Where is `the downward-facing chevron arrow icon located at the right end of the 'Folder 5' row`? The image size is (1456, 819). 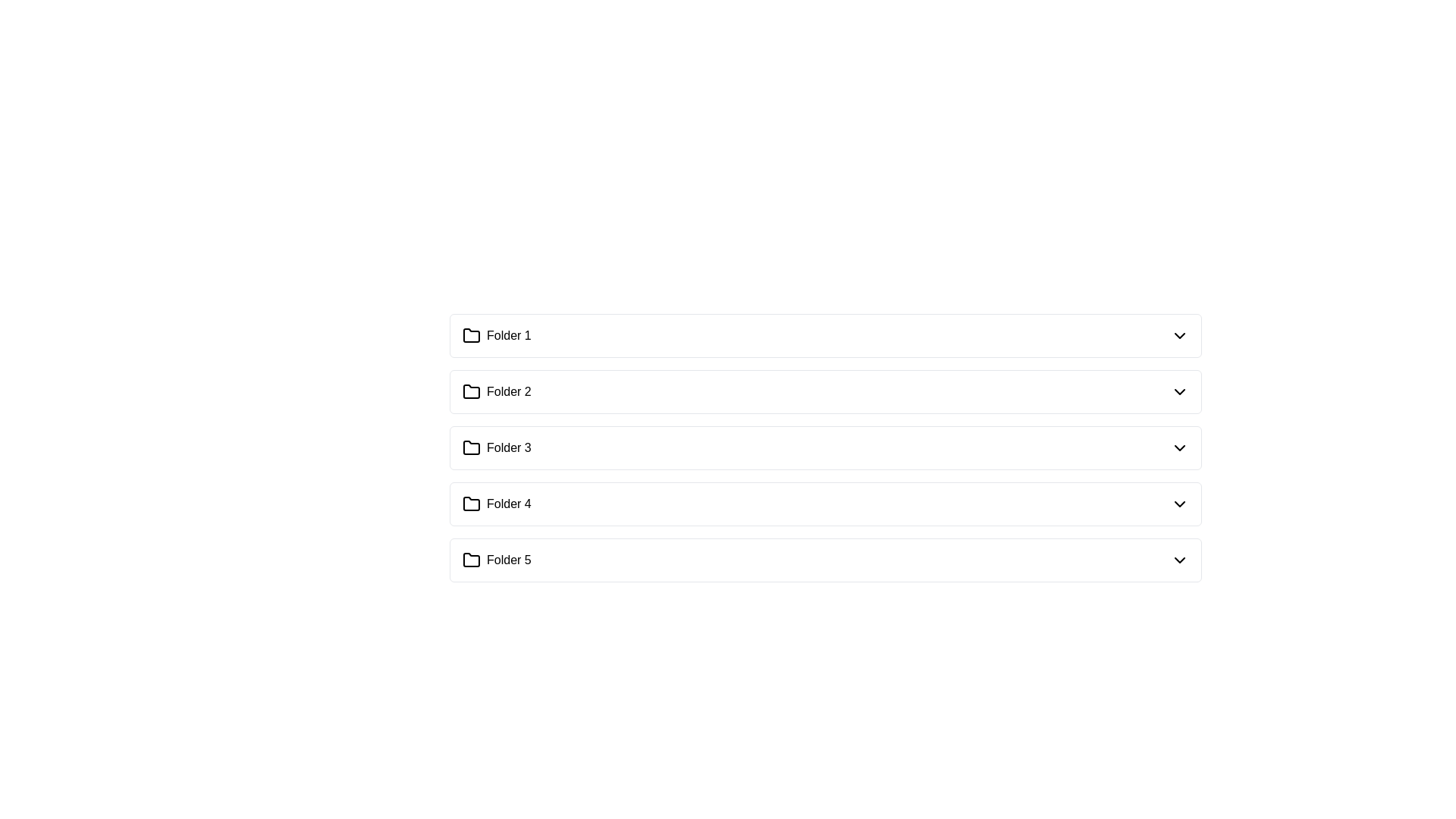 the downward-facing chevron arrow icon located at the right end of the 'Folder 5' row is located at coordinates (1178, 560).